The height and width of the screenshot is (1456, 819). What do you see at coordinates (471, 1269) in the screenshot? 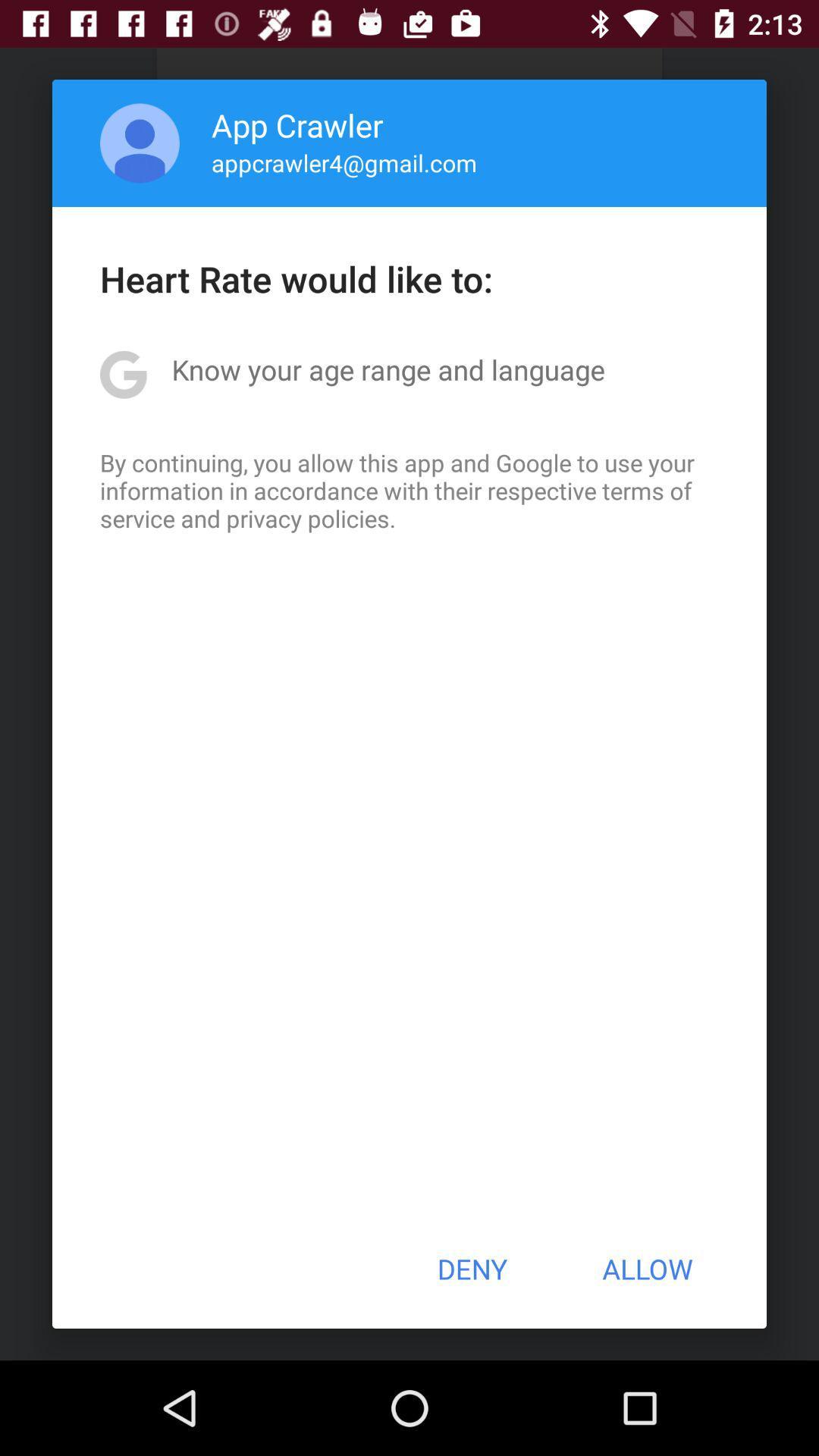
I see `item at the bottom` at bounding box center [471, 1269].